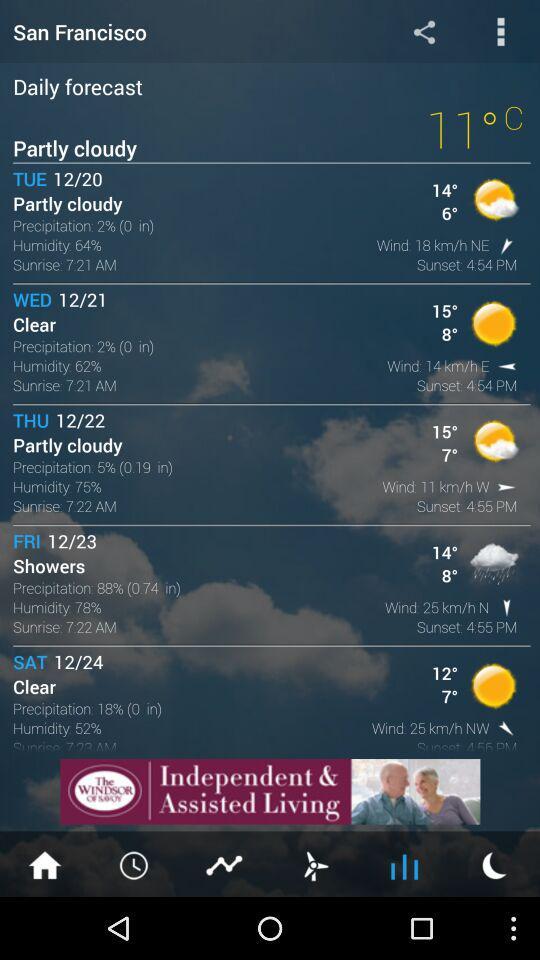 This screenshot has height=960, width=540. I want to click on share option, so click(423, 30).